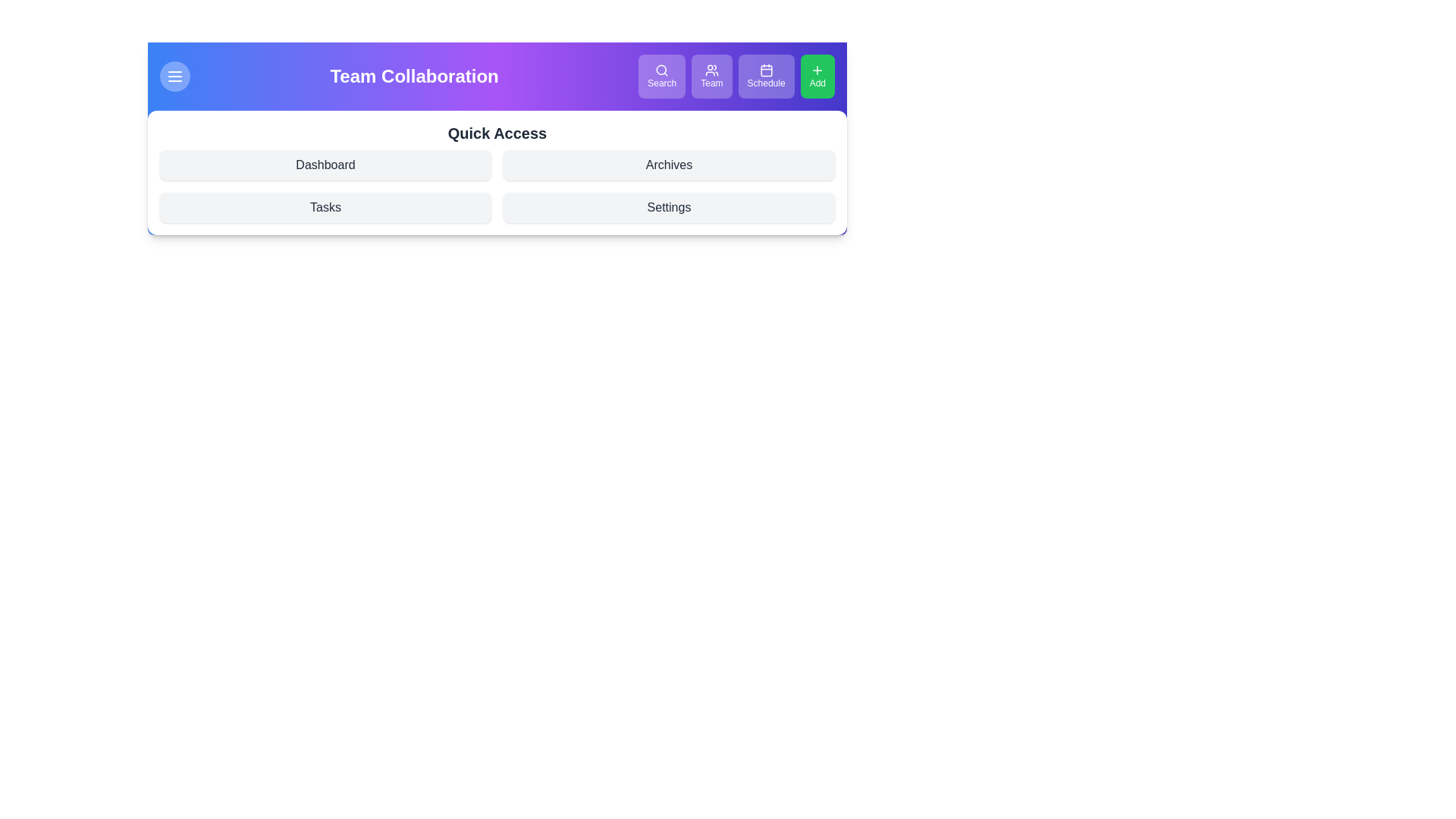 This screenshot has width=1456, height=819. I want to click on the Schedule button in the navigation bar, so click(766, 76).